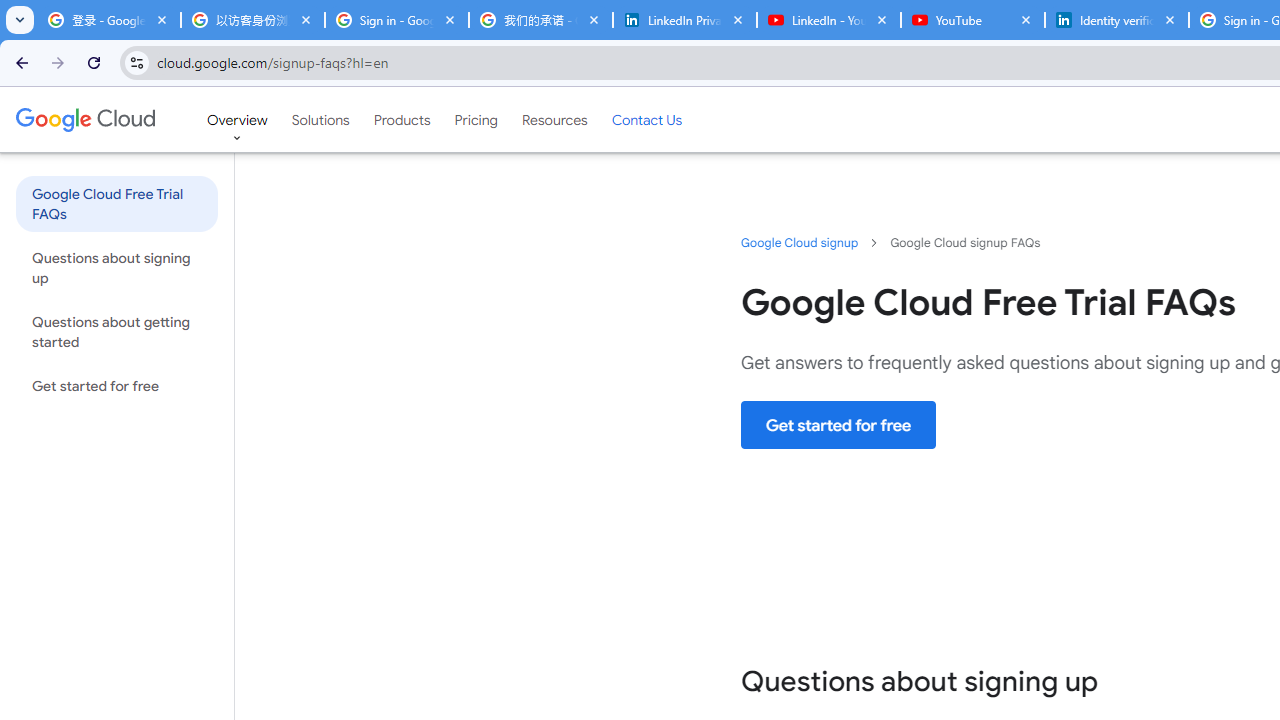  I want to click on 'Questions about signing up', so click(115, 266).